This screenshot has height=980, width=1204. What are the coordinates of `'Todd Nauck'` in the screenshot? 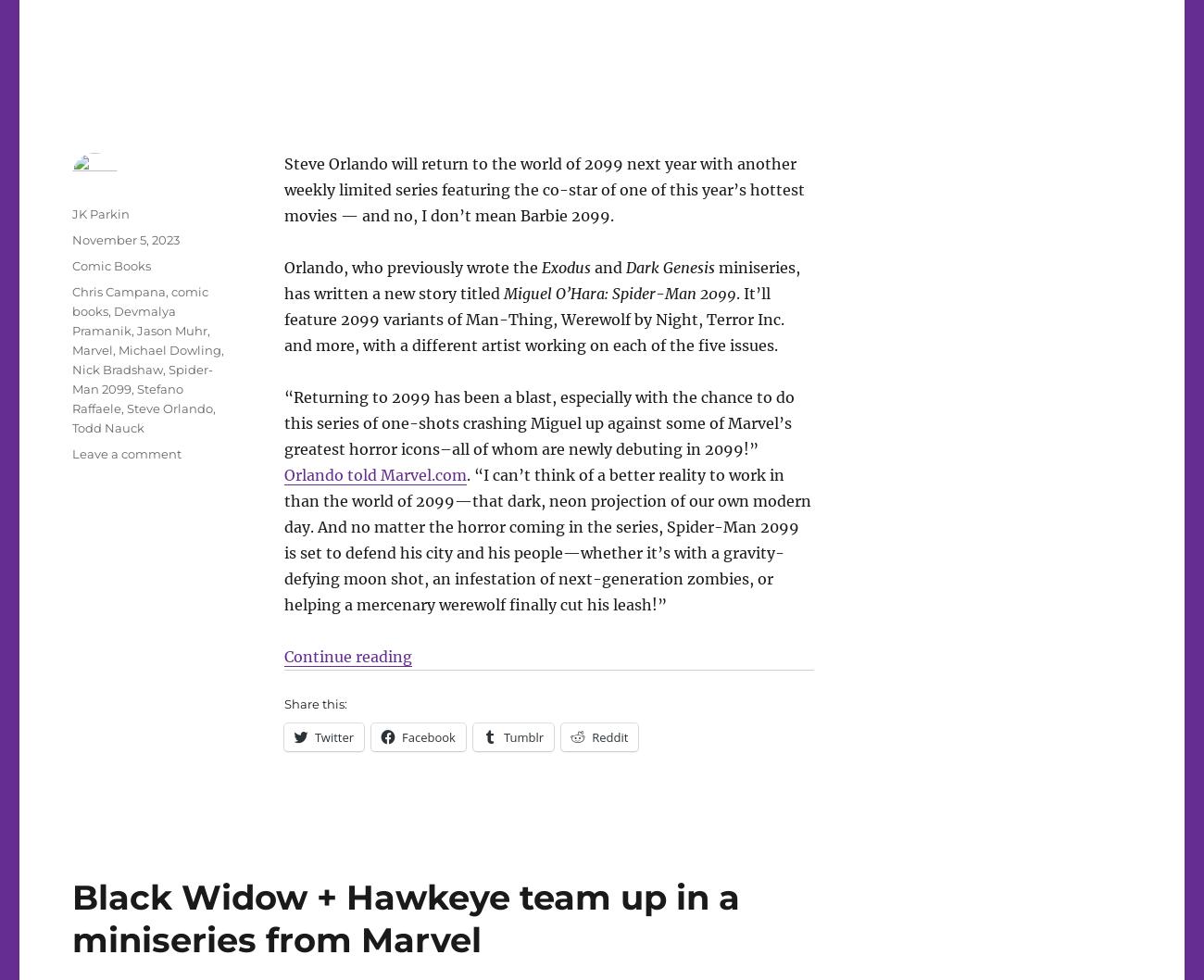 It's located at (107, 427).